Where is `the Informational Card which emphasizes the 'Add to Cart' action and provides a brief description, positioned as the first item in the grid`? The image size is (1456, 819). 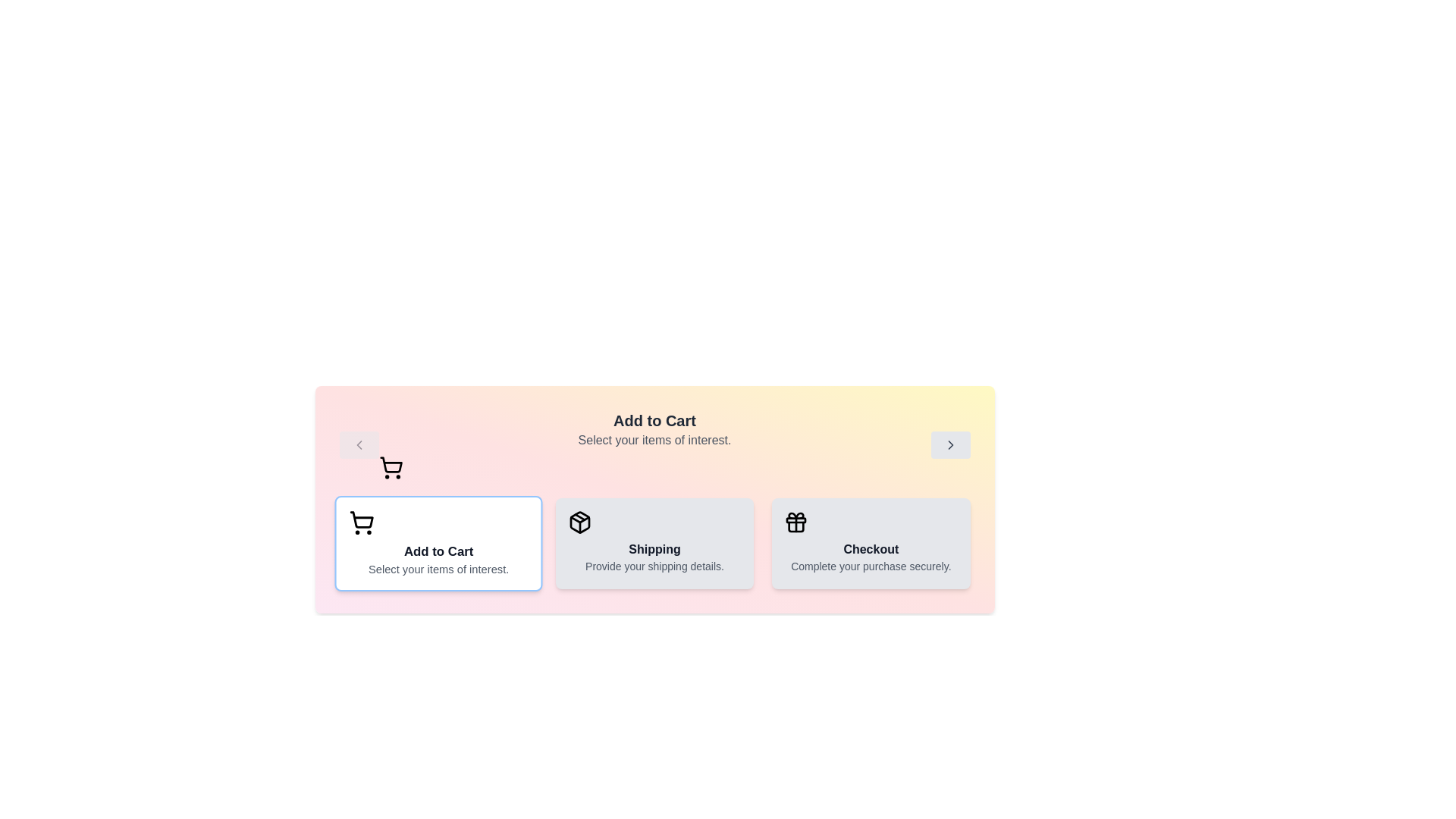 the Informational Card which emphasizes the 'Add to Cart' action and provides a brief description, positioned as the first item in the grid is located at coordinates (438, 543).